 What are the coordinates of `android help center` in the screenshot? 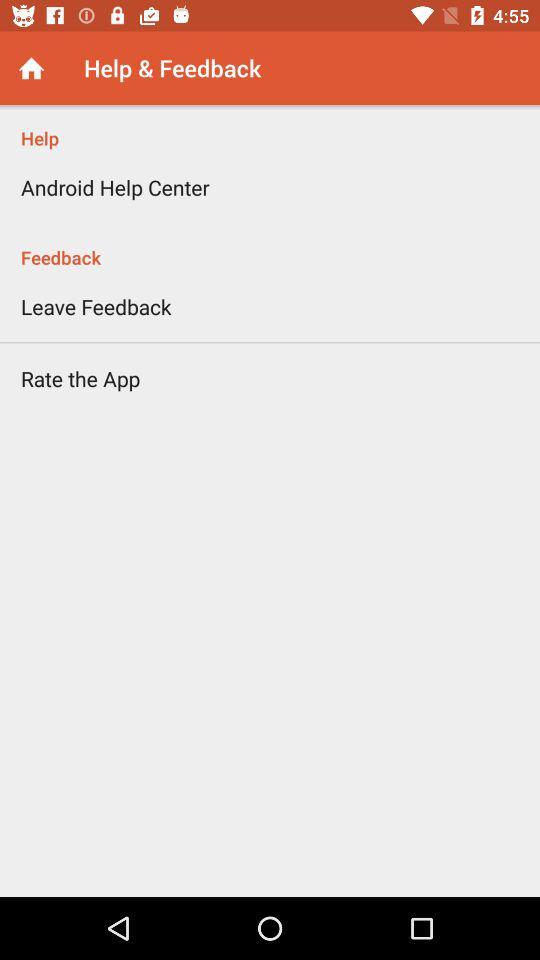 It's located at (115, 187).